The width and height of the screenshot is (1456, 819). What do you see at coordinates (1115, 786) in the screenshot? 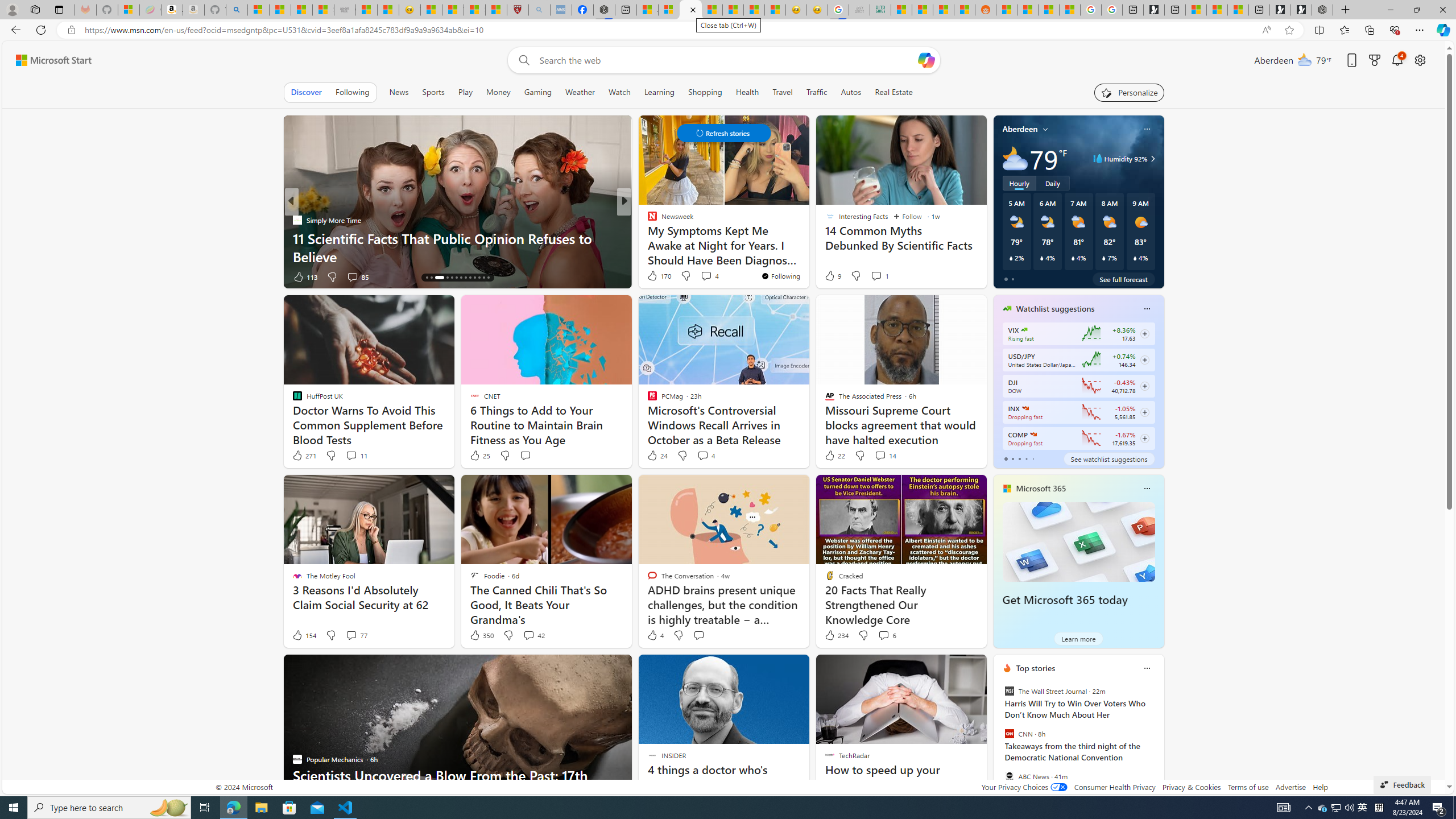
I see `'Consumer Health Privacy'` at bounding box center [1115, 786].